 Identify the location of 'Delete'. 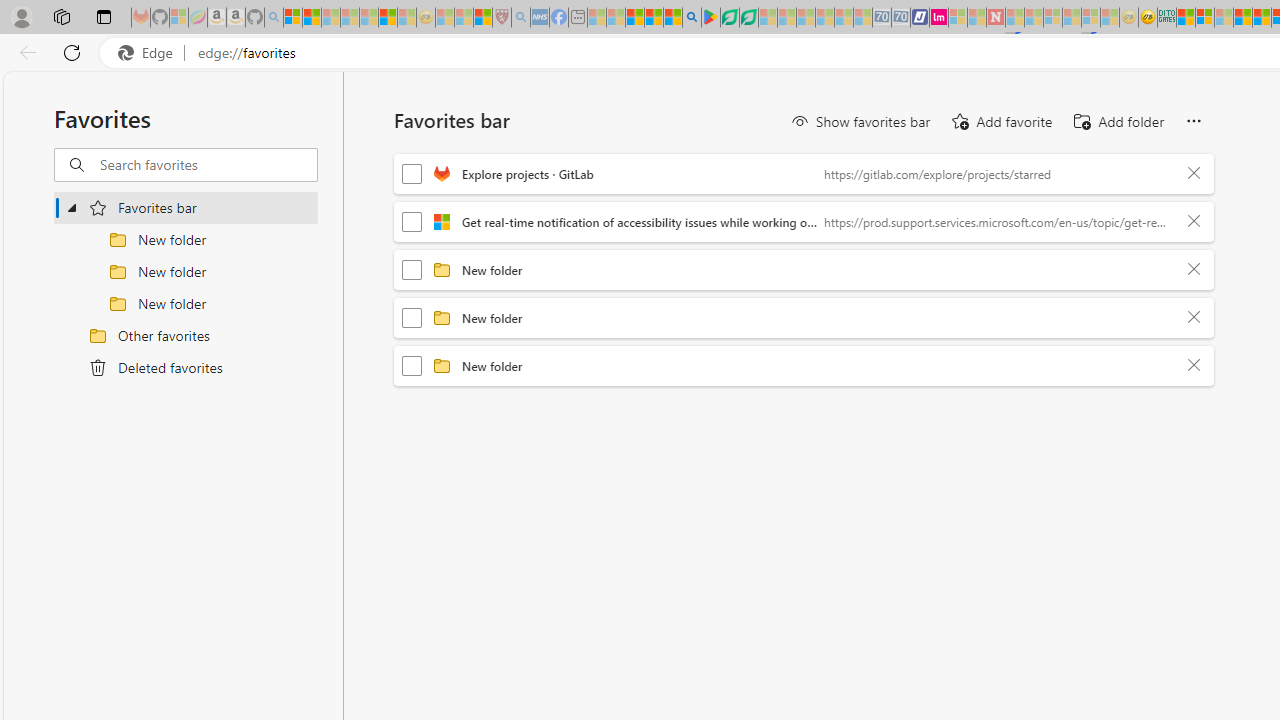
(1194, 366).